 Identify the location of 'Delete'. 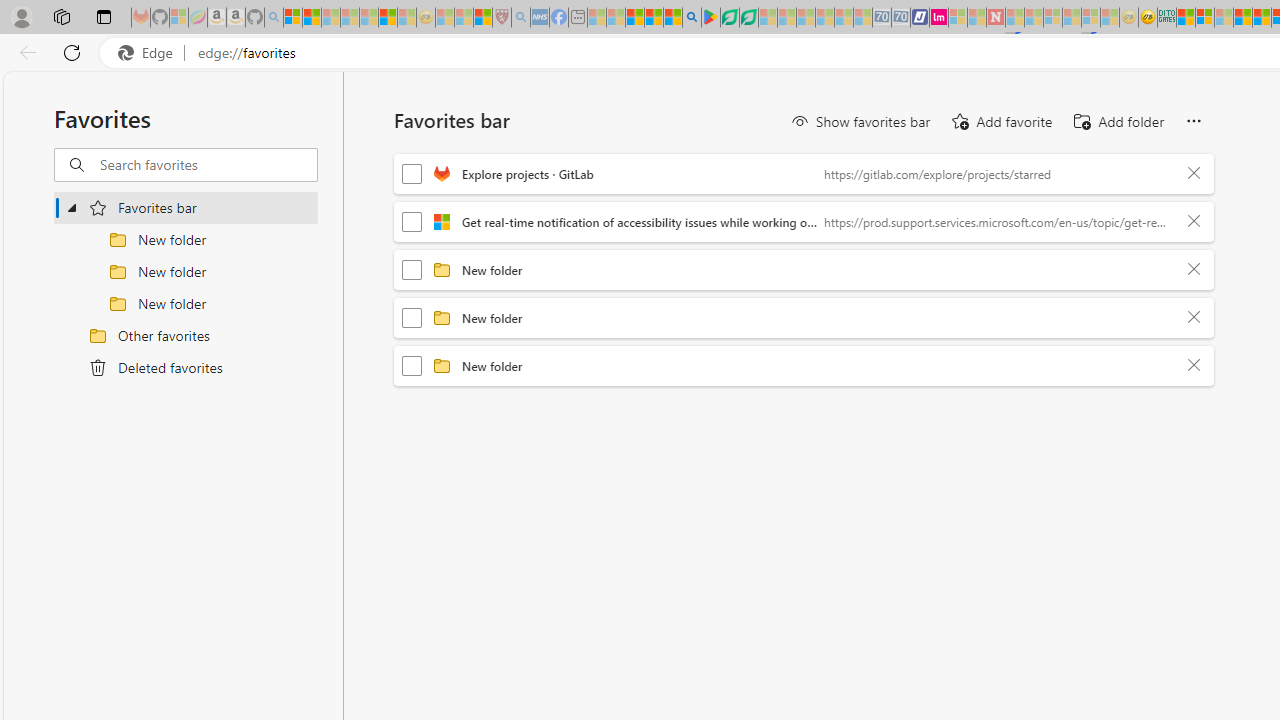
(1194, 366).